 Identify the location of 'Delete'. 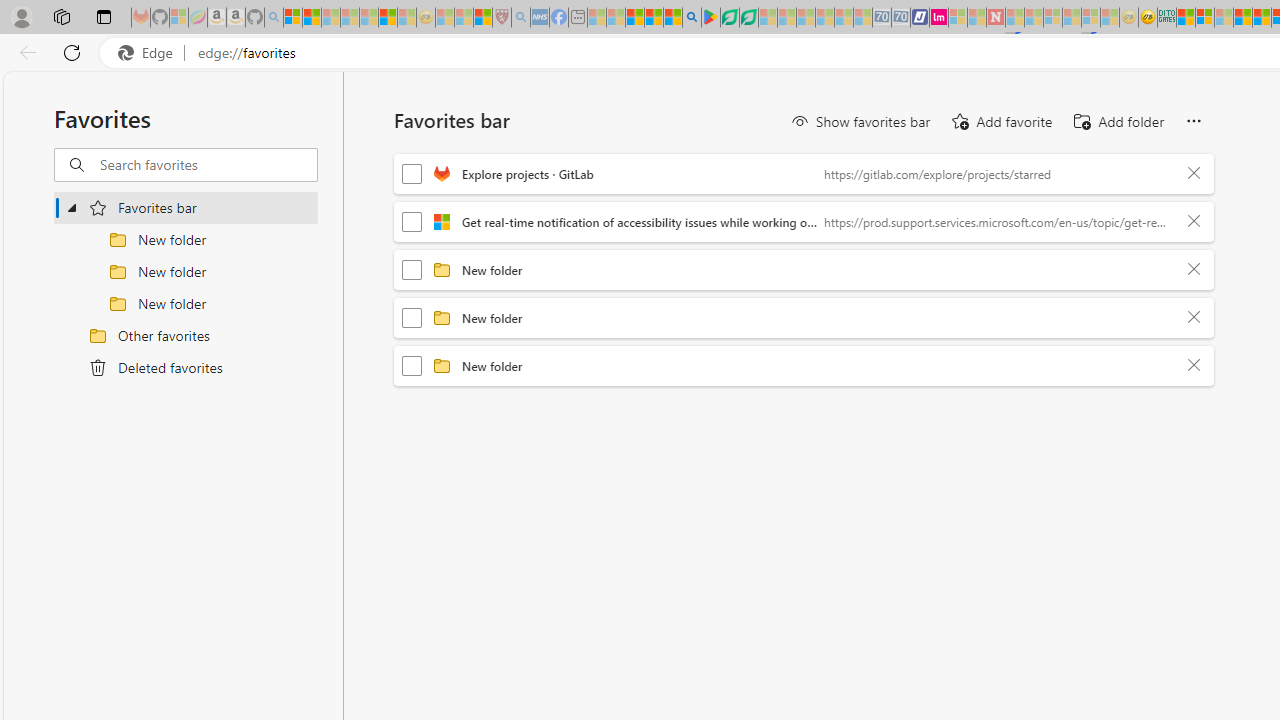
(1194, 366).